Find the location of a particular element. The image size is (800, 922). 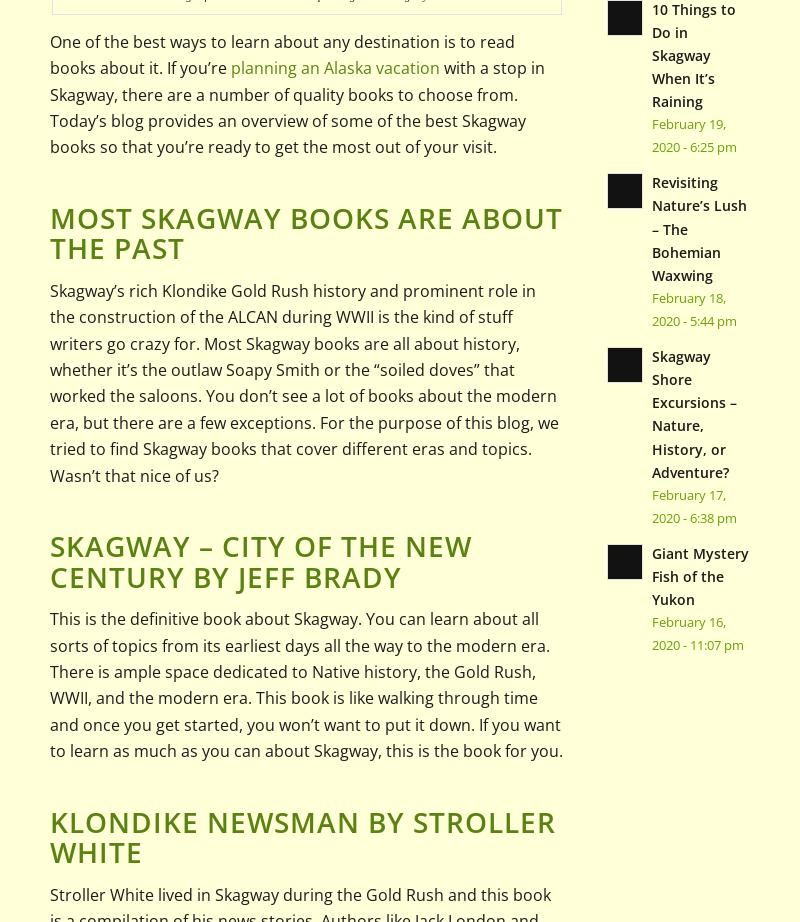

'February 17, 2020 - 6:38 pm' is located at coordinates (649, 505).